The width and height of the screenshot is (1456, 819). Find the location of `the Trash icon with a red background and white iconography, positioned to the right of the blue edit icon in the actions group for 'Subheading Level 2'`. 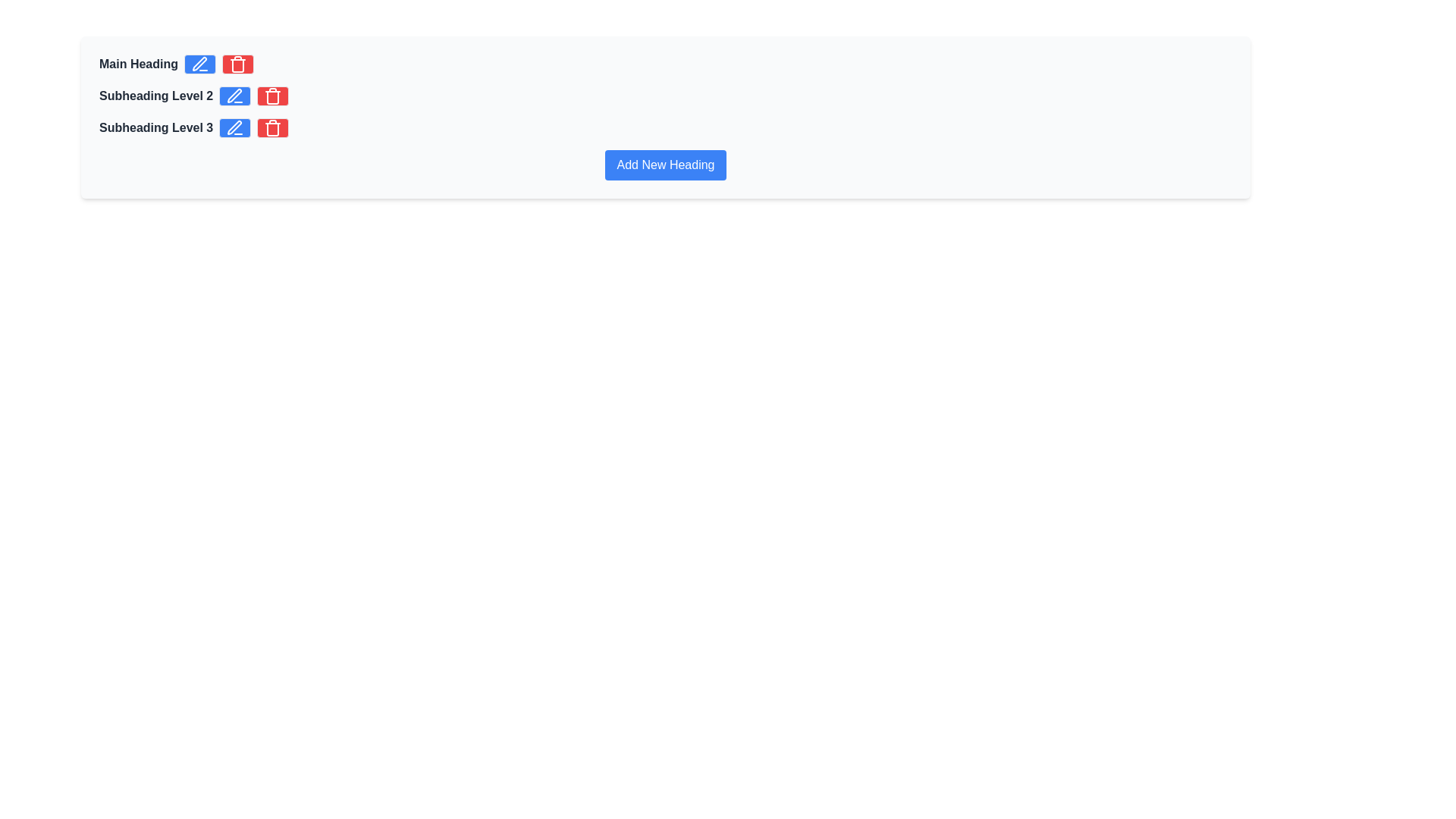

the Trash icon with a red background and white iconography, positioned to the right of the blue edit icon in the actions group for 'Subheading Level 2' is located at coordinates (273, 127).